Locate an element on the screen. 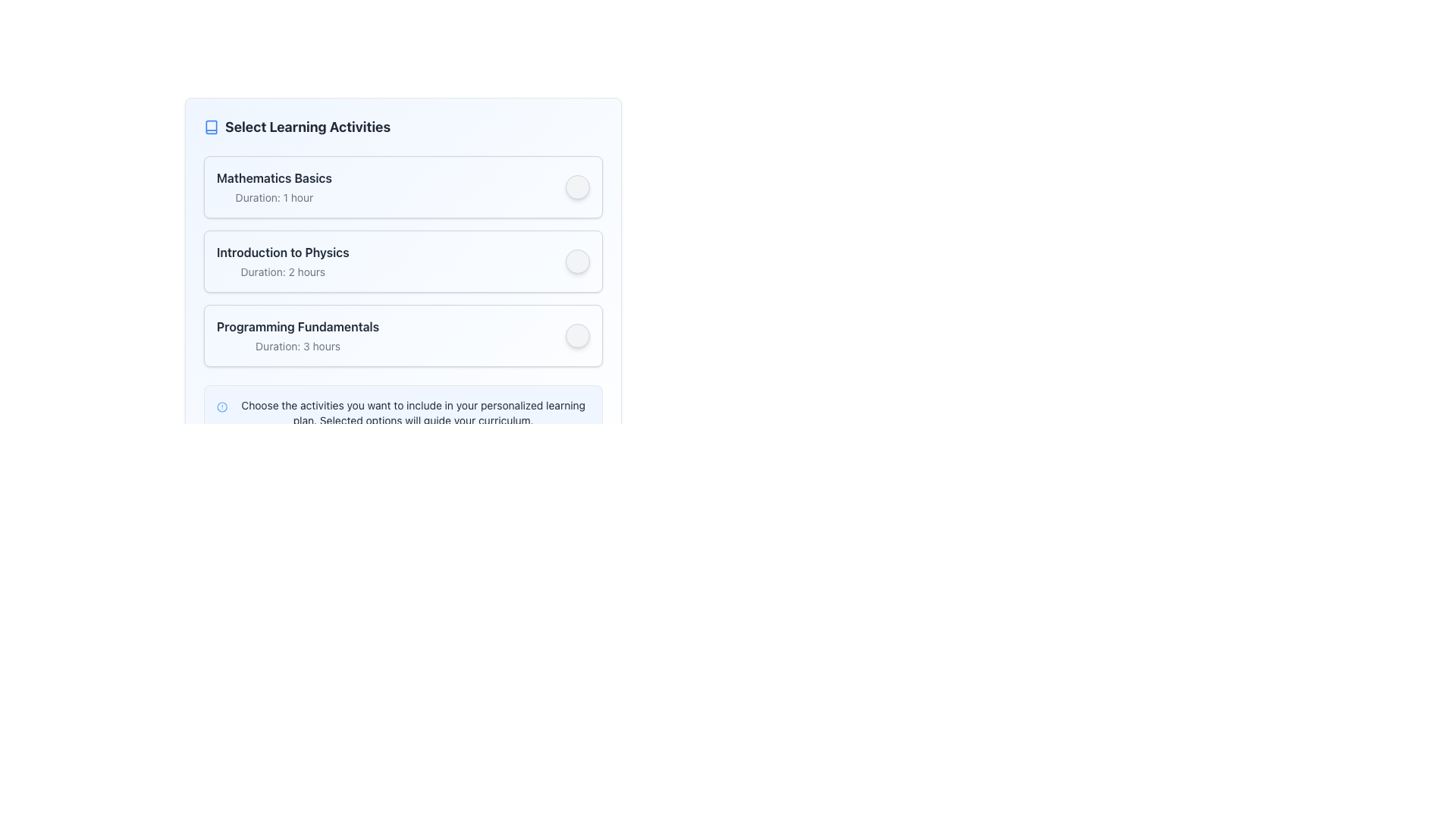  the button associated with the 'Introduction to Physics' learning activity is located at coordinates (577, 260).